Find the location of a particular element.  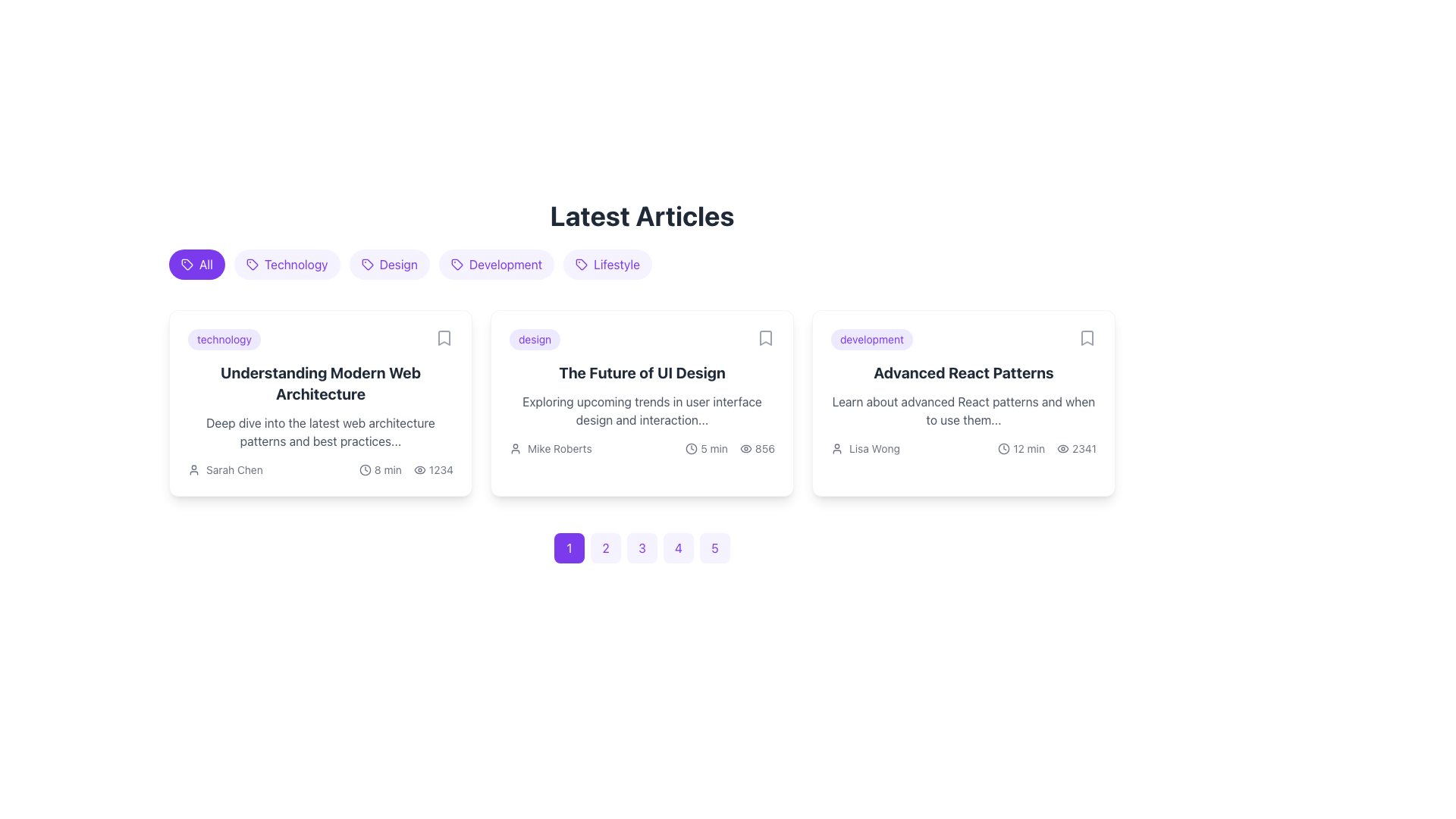

the Text with Icon displaying the number '2341' next to an eye-shaped icon located at the bottom-right section of the last article card titled 'Advanced React Patterns' is located at coordinates (1076, 447).